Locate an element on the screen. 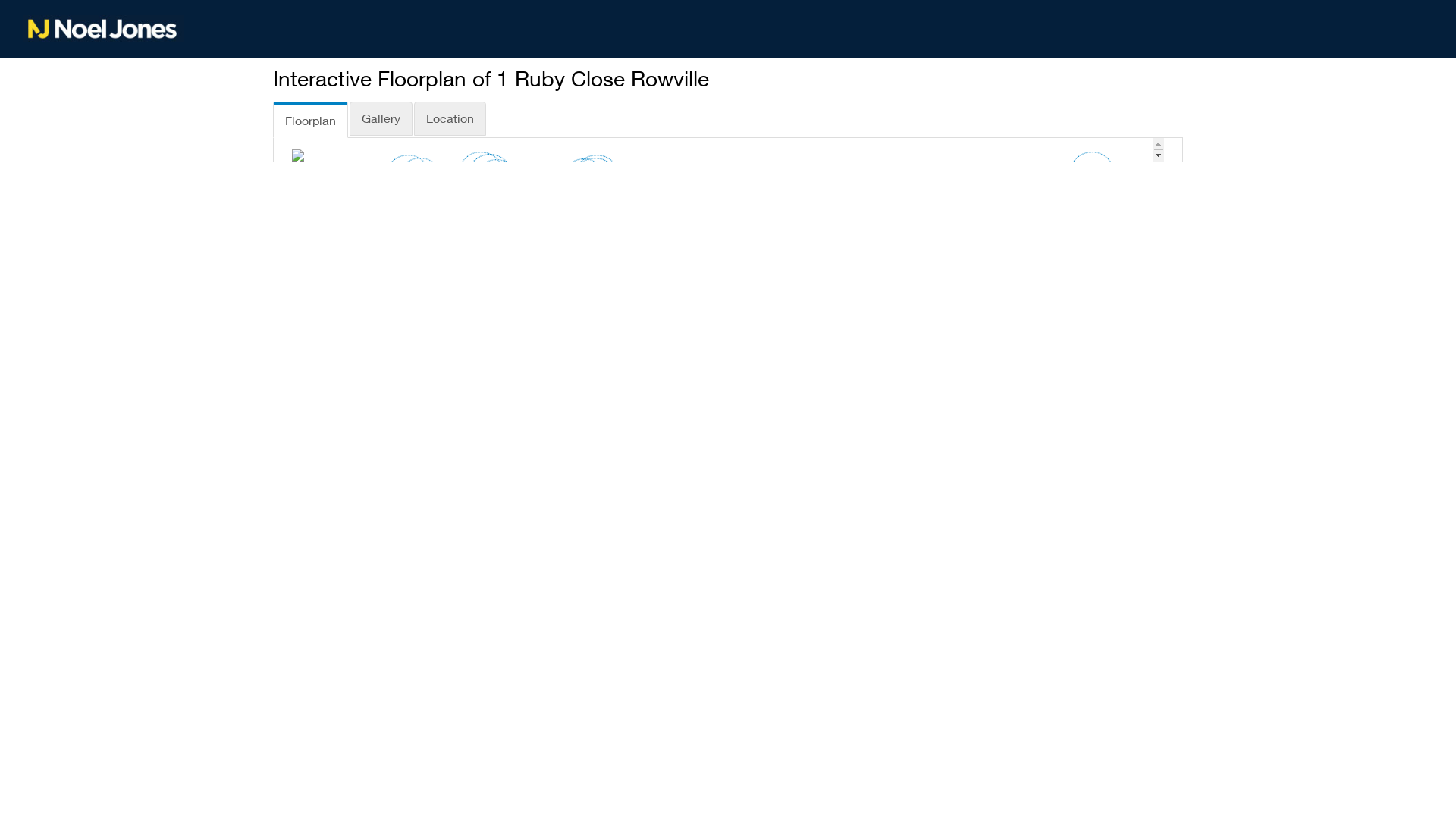 The width and height of the screenshot is (1456, 819). 'Location' is located at coordinates (449, 118).